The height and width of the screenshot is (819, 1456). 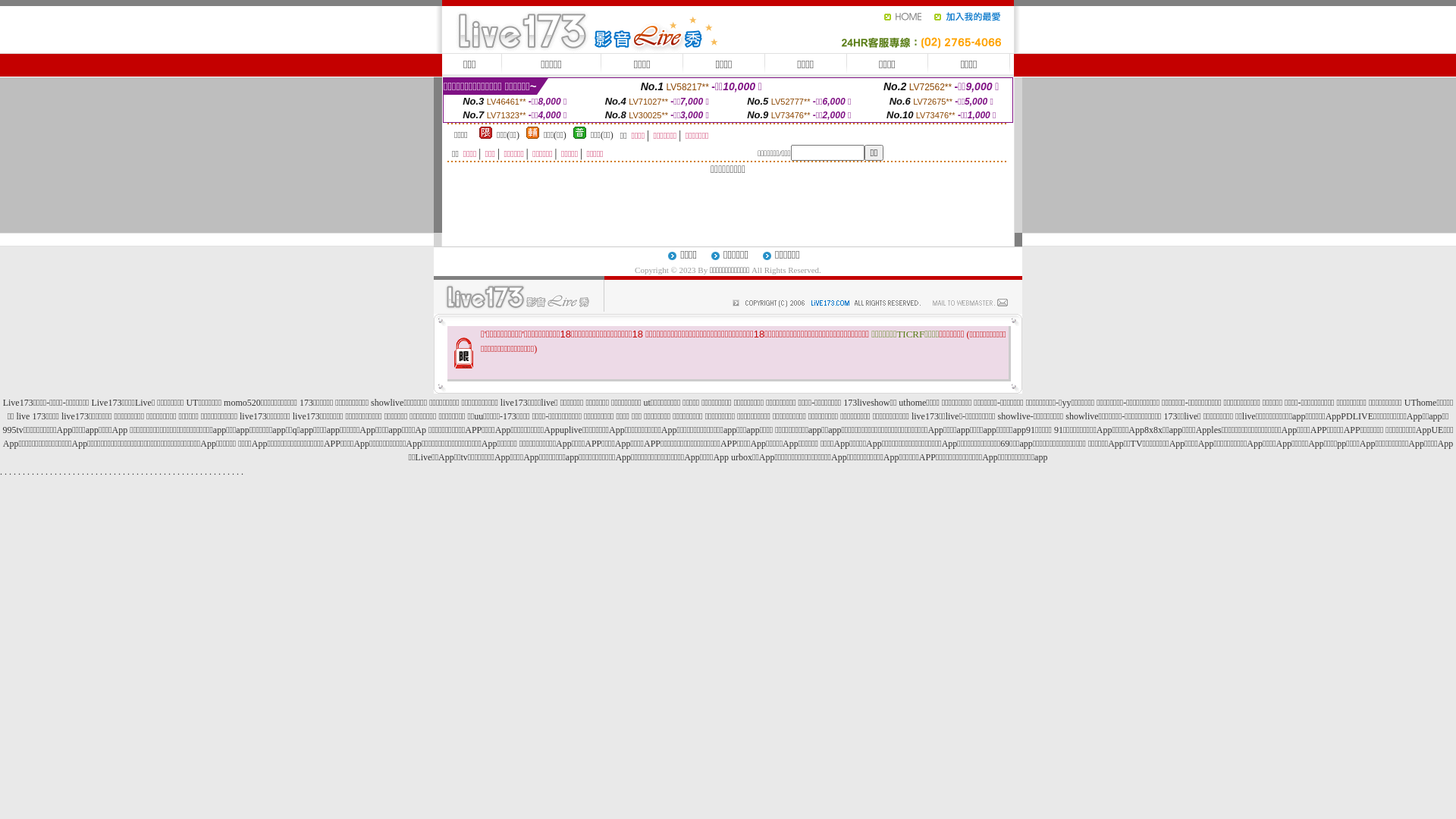 What do you see at coordinates (36, 470) in the screenshot?
I see `'.'` at bounding box center [36, 470].